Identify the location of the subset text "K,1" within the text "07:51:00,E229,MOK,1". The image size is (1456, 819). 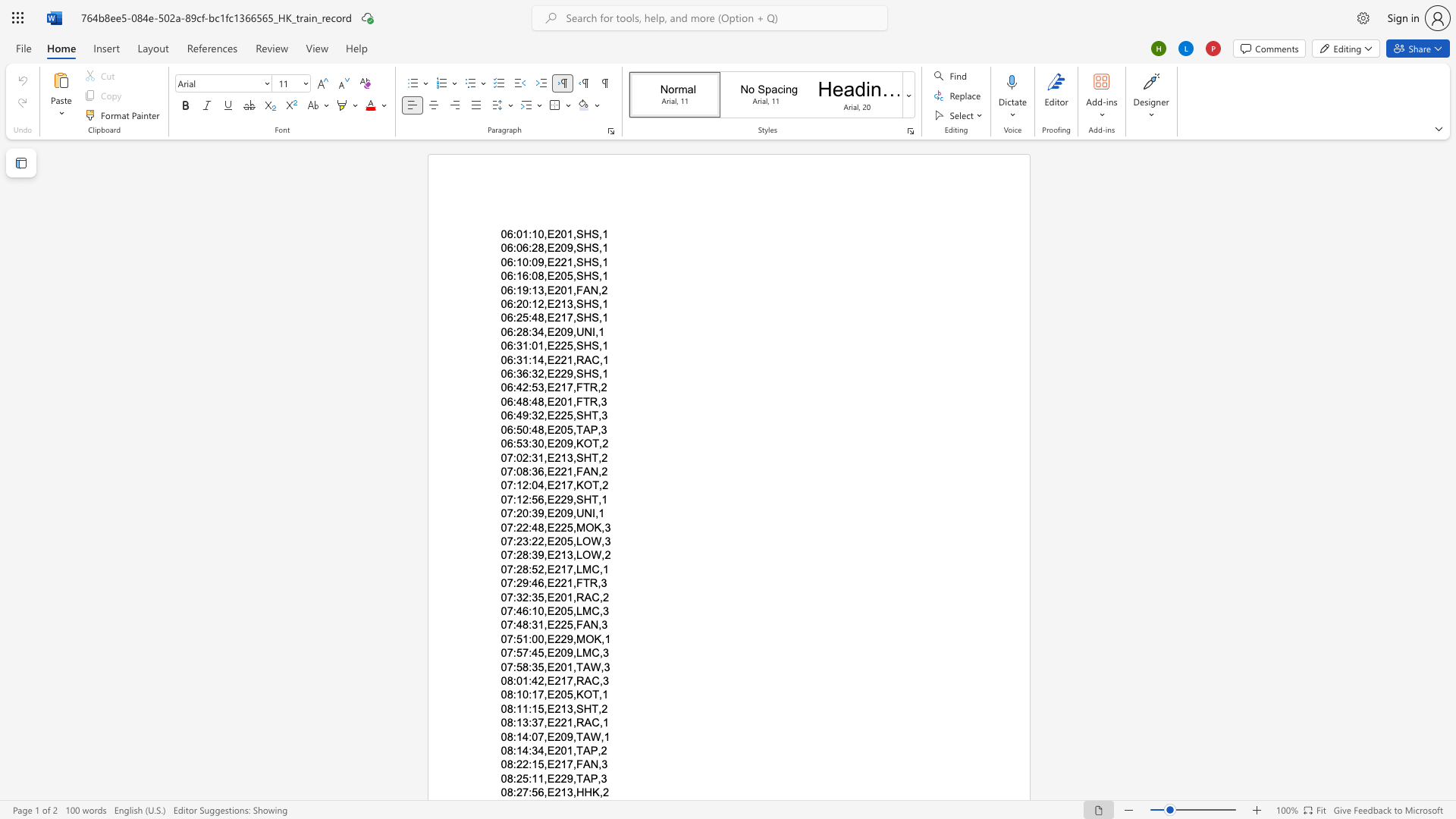
(593, 639).